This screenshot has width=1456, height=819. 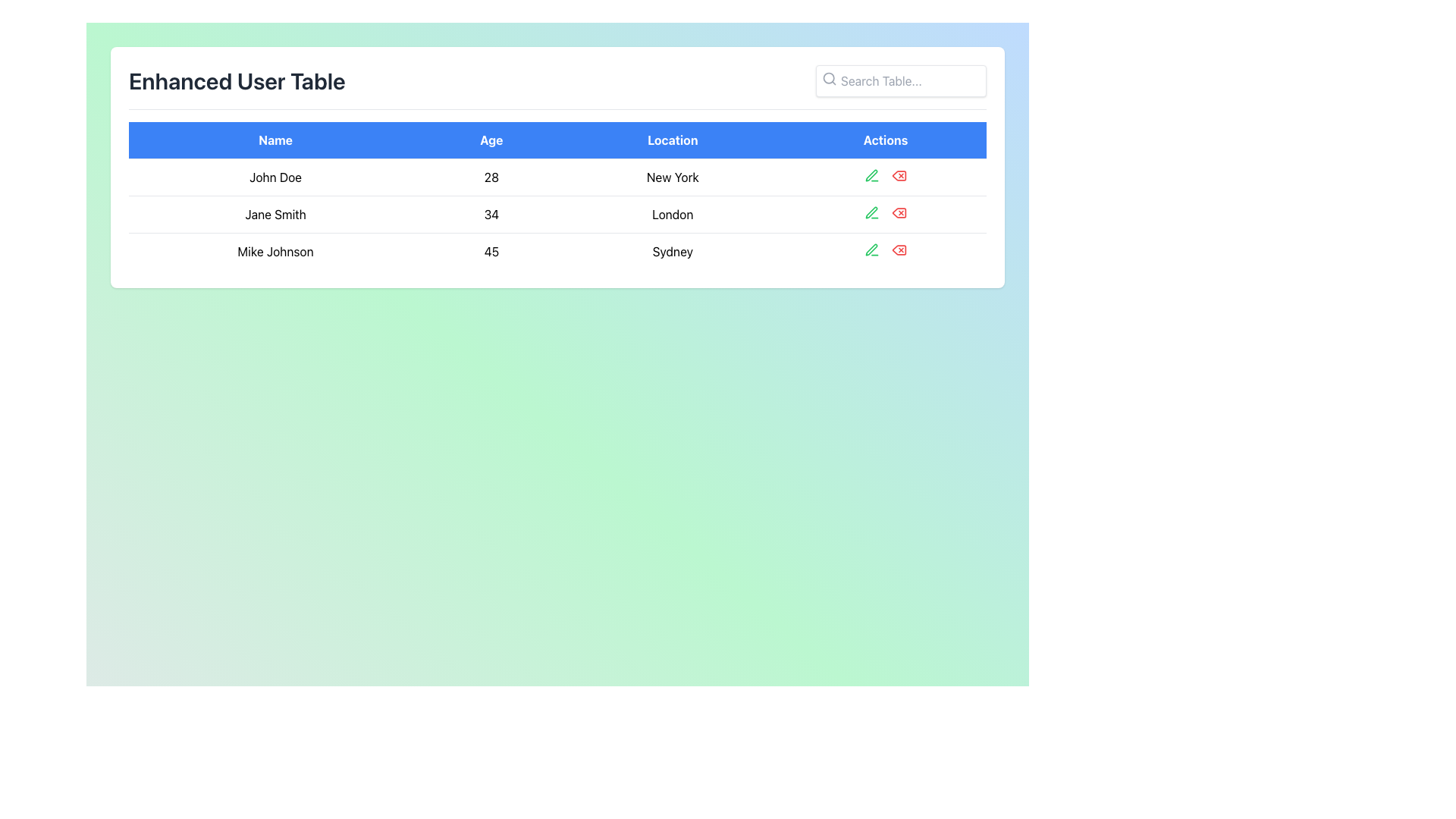 I want to click on the 'delete' icon in the 'Actions' column, located in the same row as 'London', so click(x=899, y=213).